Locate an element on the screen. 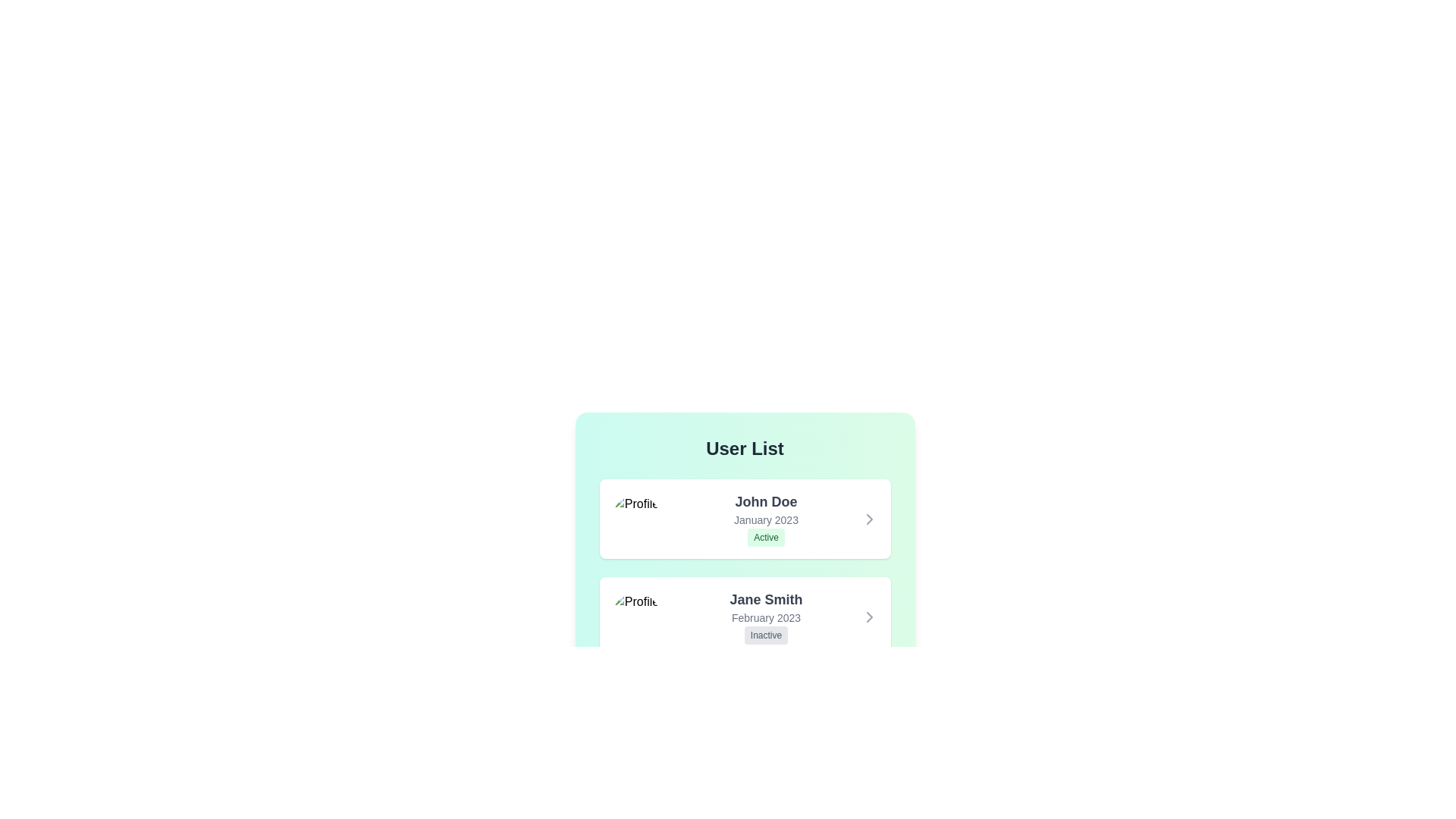 The height and width of the screenshot is (819, 1456). the user item corresponding to John Doe is located at coordinates (745, 518).